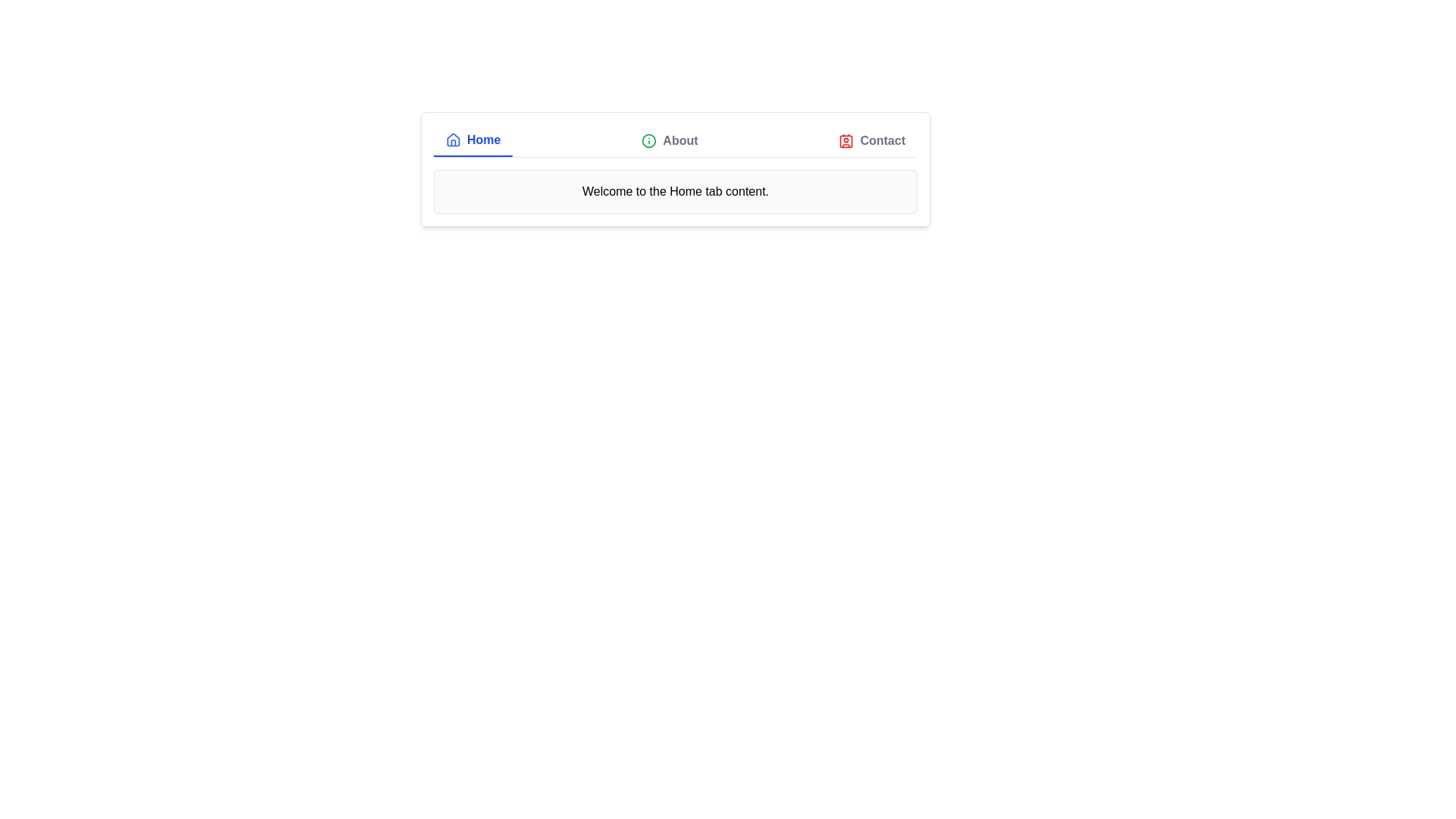 Image resolution: width=1456 pixels, height=819 pixels. Describe the element at coordinates (872, 140) in the screenshot. I see `the 'Contact' menu item, which is the third item in the horizontal navigation bar and features a red circular calendar icon on its left side` at that location.